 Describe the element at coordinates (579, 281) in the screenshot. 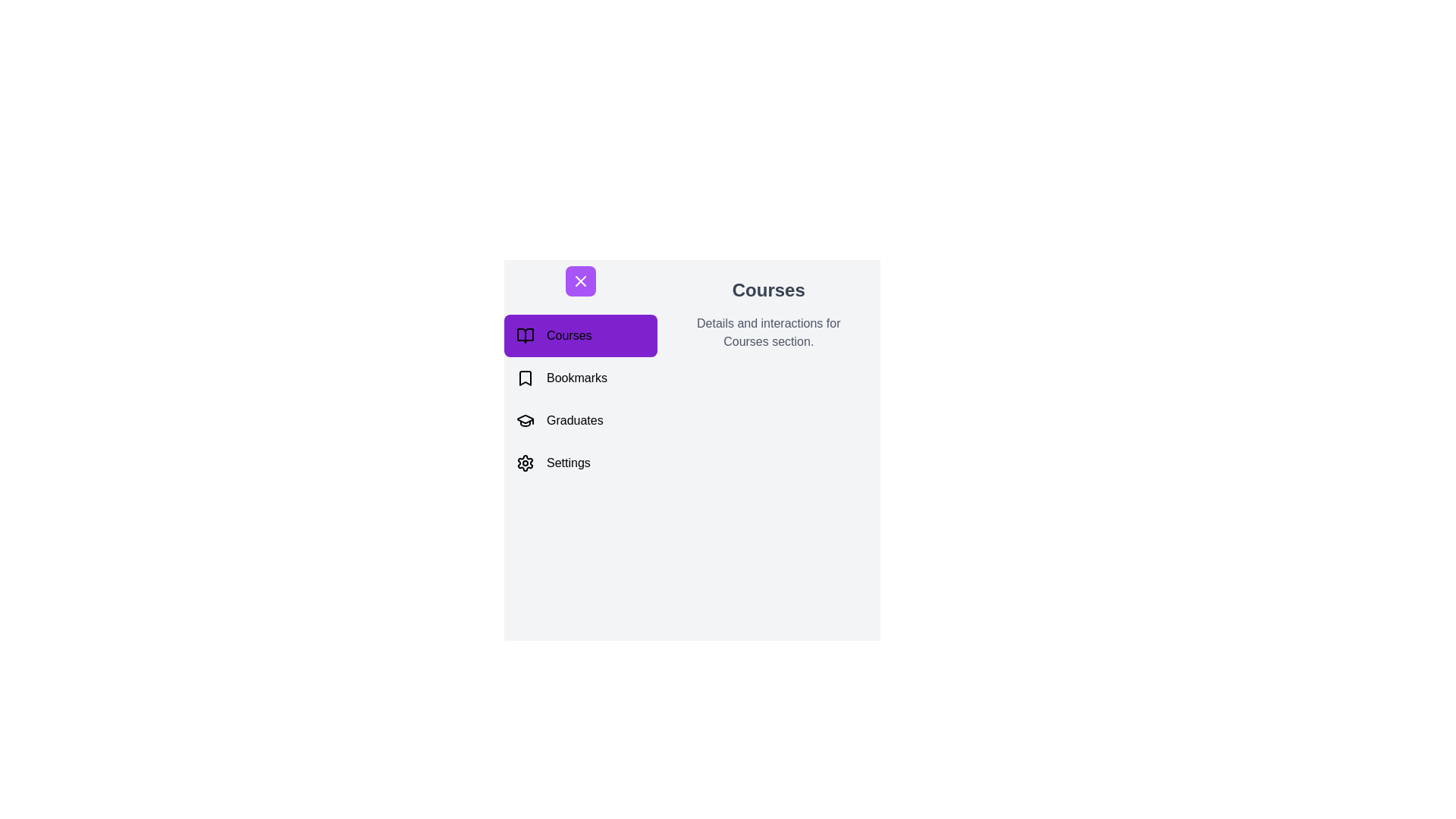

I see `the close button in the drawer` at that location.